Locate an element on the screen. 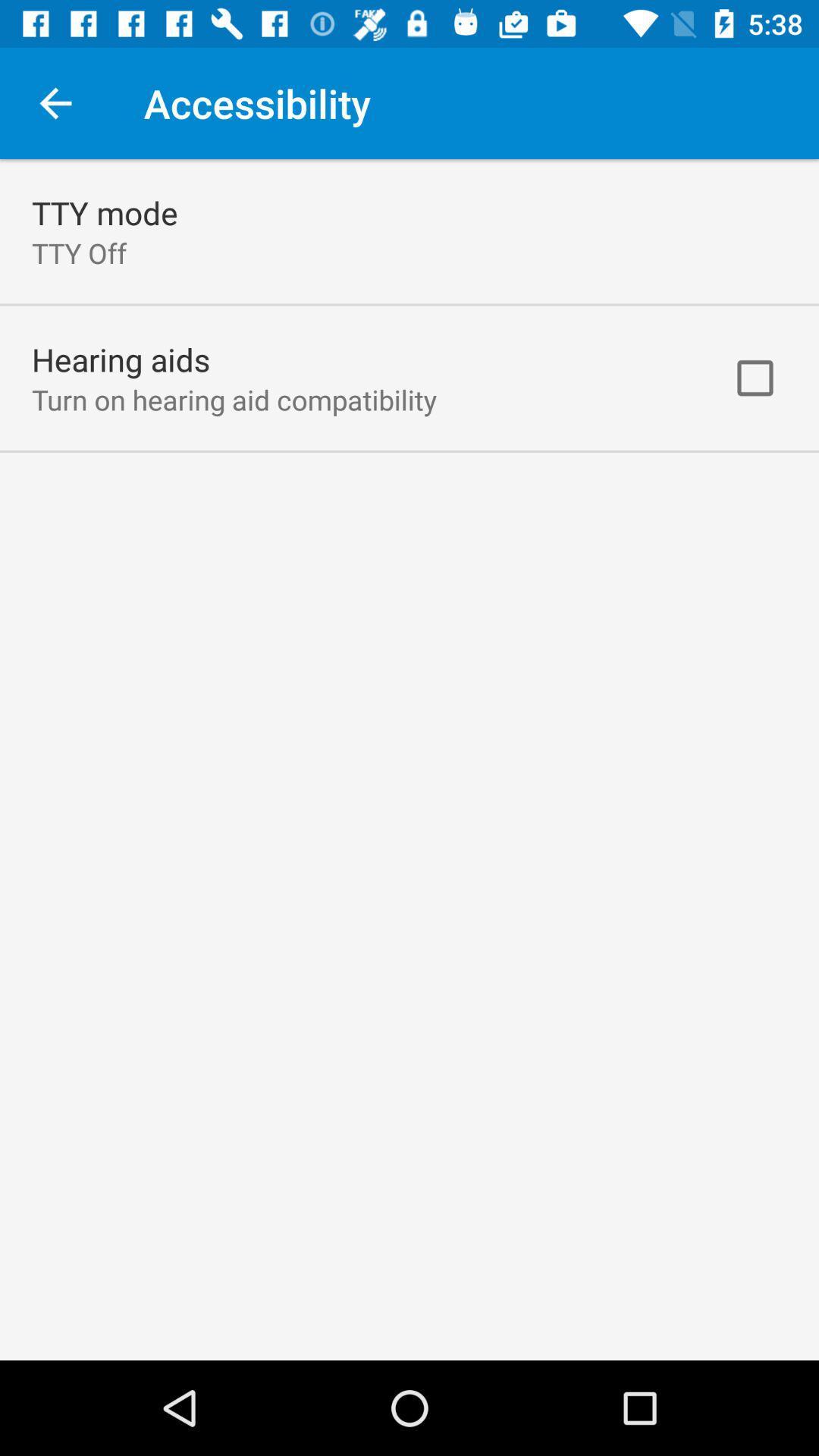 The width and height of the screenshot is (819, 1456). hearing aids is located at coordinates (120, 359).